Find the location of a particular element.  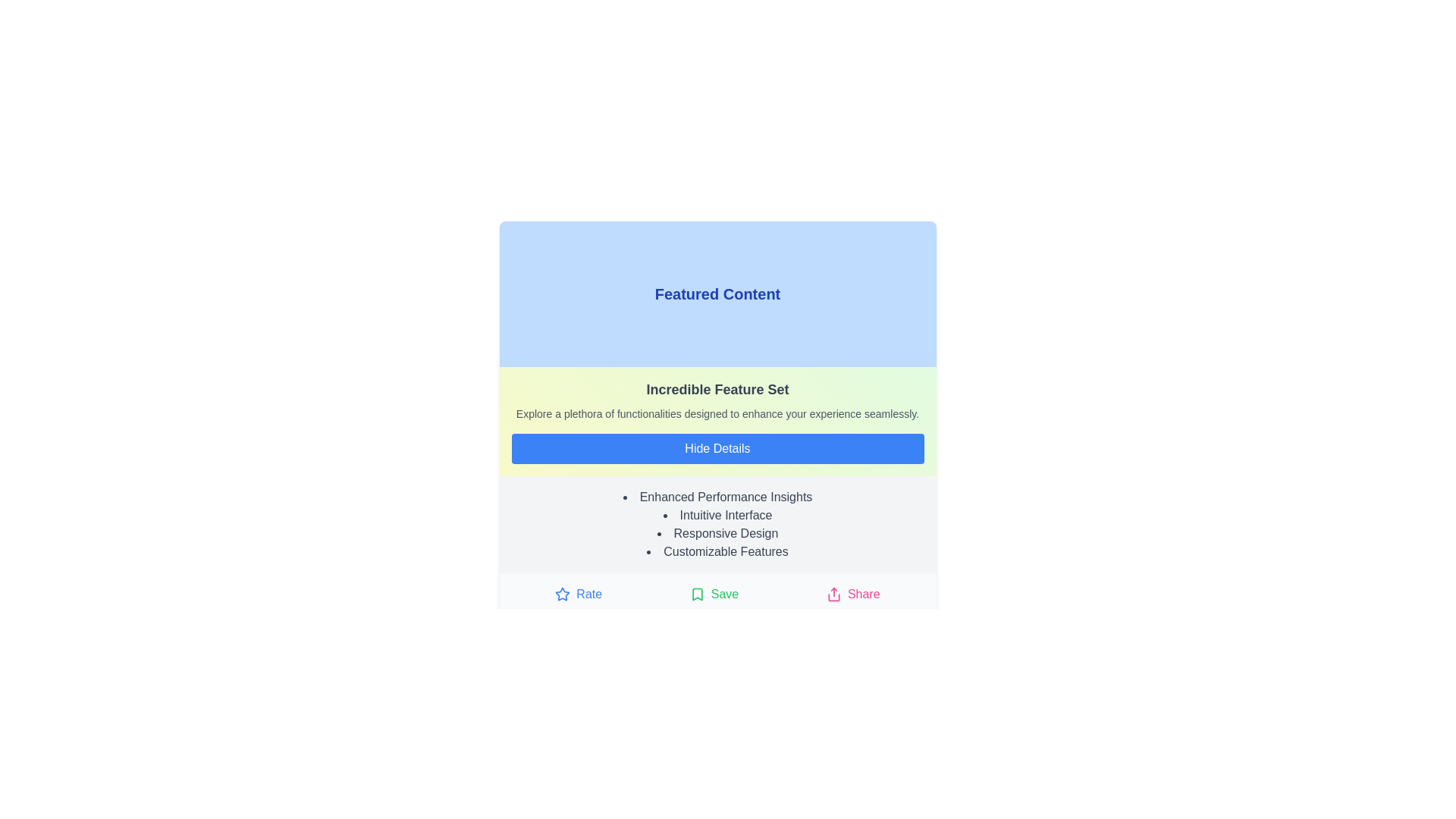

the bookmark-like icon that represents the 'Save' action, located below the 'Hide Details' button and beside the 'Rate' and 'Share' actions is located at coordinates (696, 593).